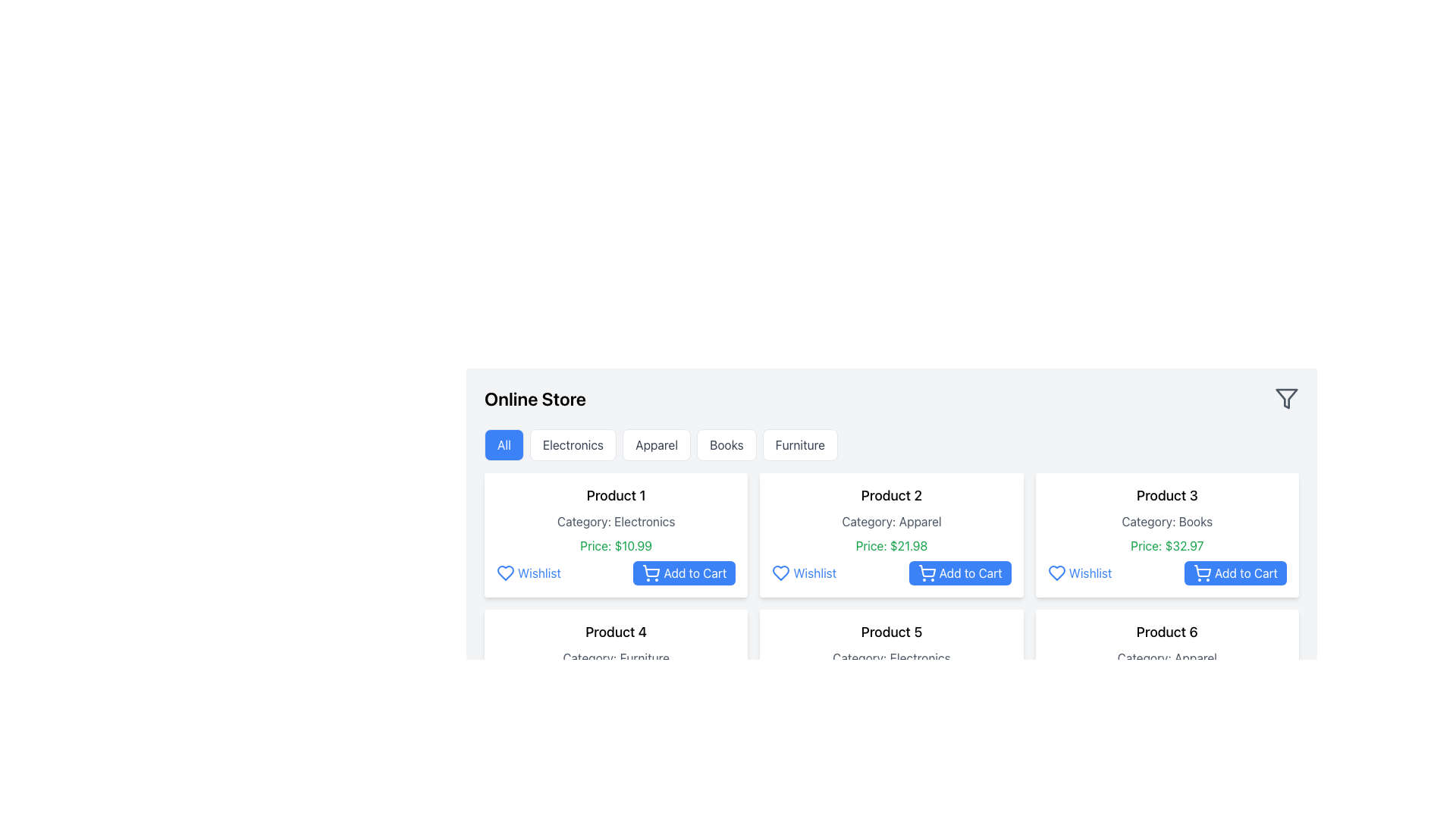 This screenshot has width=1456, height=819. I want to click on the price text label that displays the cost information for 'Product 3', located under 'Category: Books' and above the 'Wishlist' and 'Add to Cart' buttons, so click(1166, 546).